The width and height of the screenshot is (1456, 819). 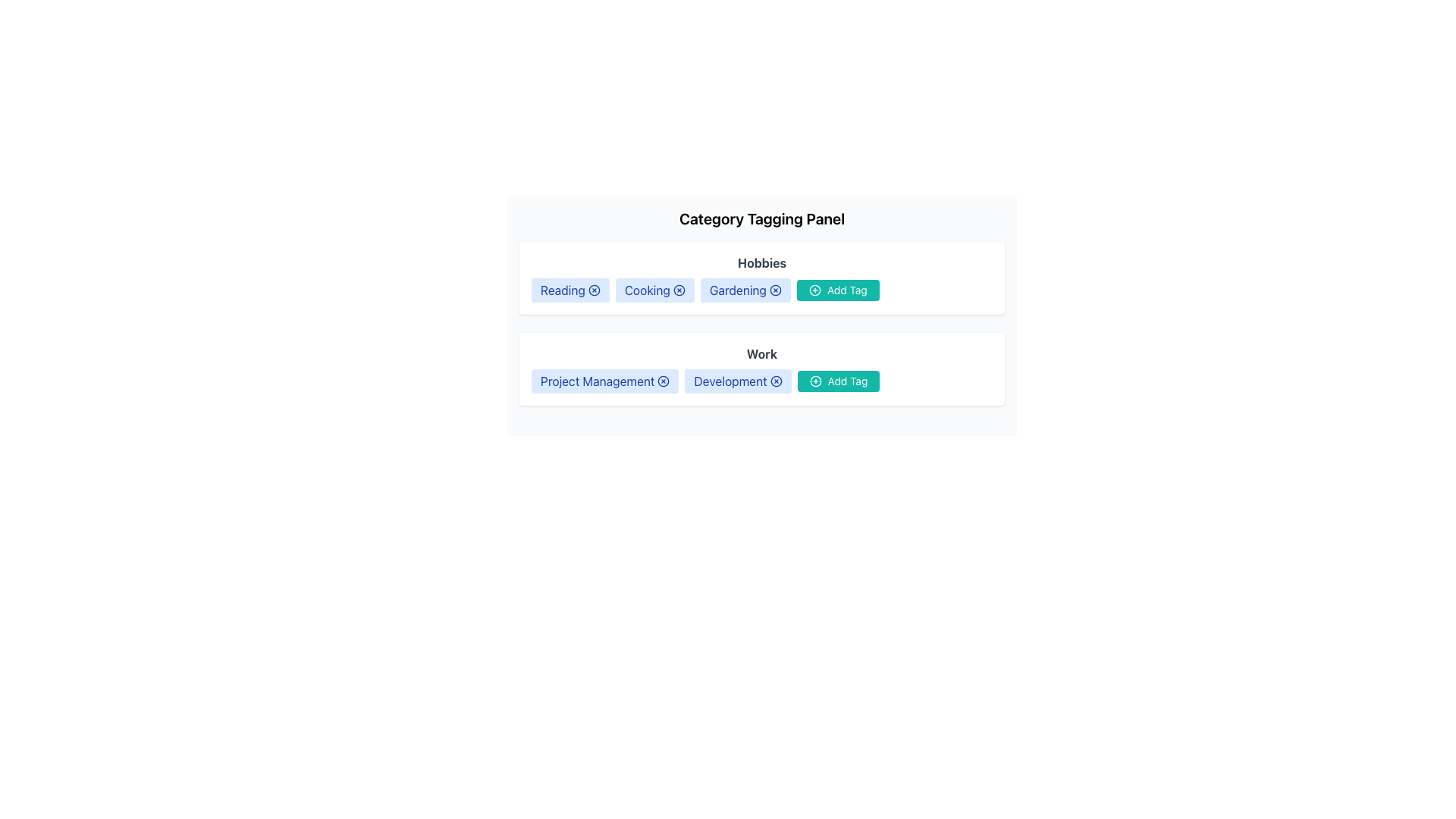 What do you see at coordinates (814, 380) in the screenshot?
I see `the circular outline of the '+' icon within the 'Add Tag' button located under the 'Work' category` at bounding box center [814, 380].